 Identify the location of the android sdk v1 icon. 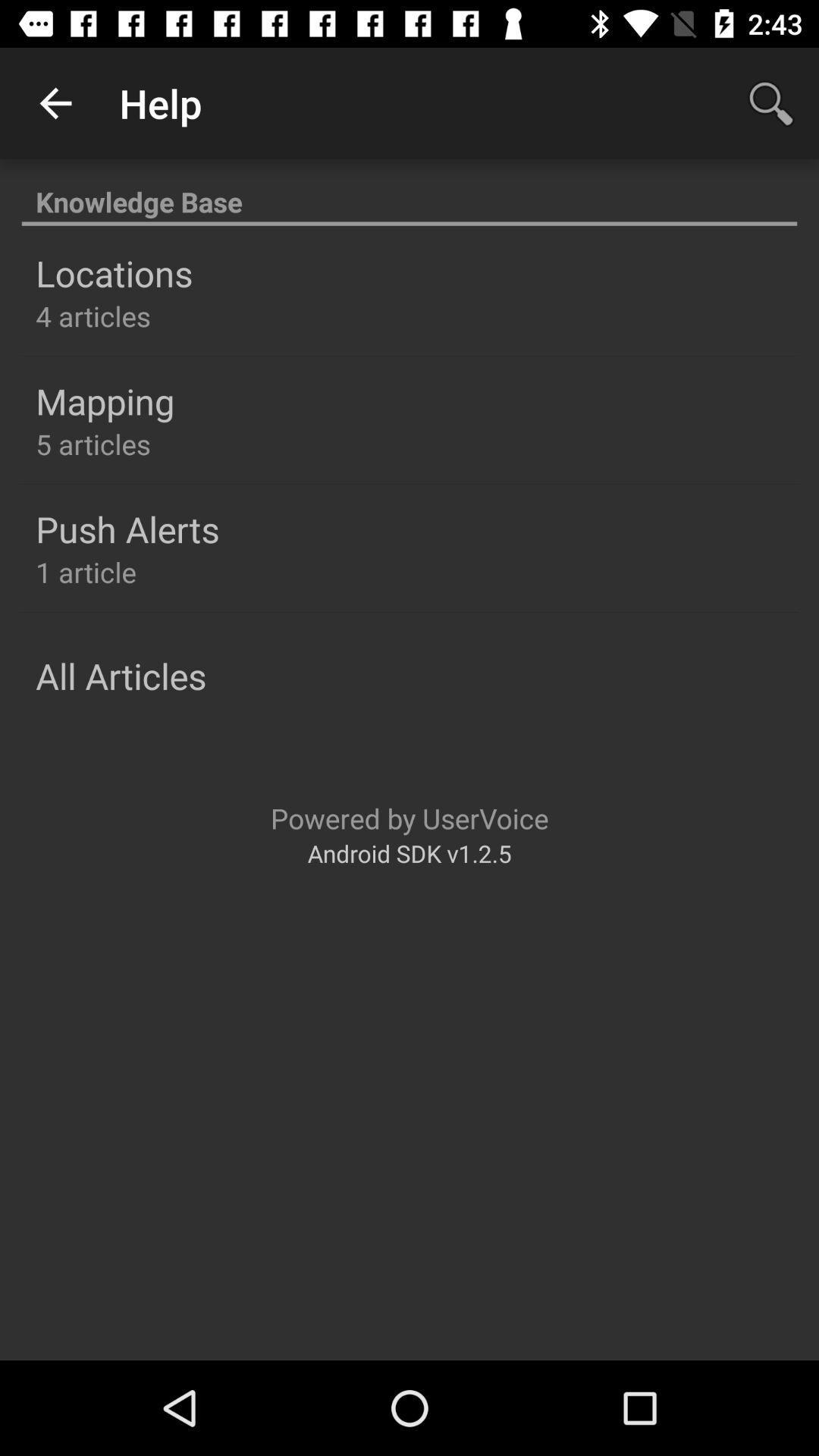
(409, 853).